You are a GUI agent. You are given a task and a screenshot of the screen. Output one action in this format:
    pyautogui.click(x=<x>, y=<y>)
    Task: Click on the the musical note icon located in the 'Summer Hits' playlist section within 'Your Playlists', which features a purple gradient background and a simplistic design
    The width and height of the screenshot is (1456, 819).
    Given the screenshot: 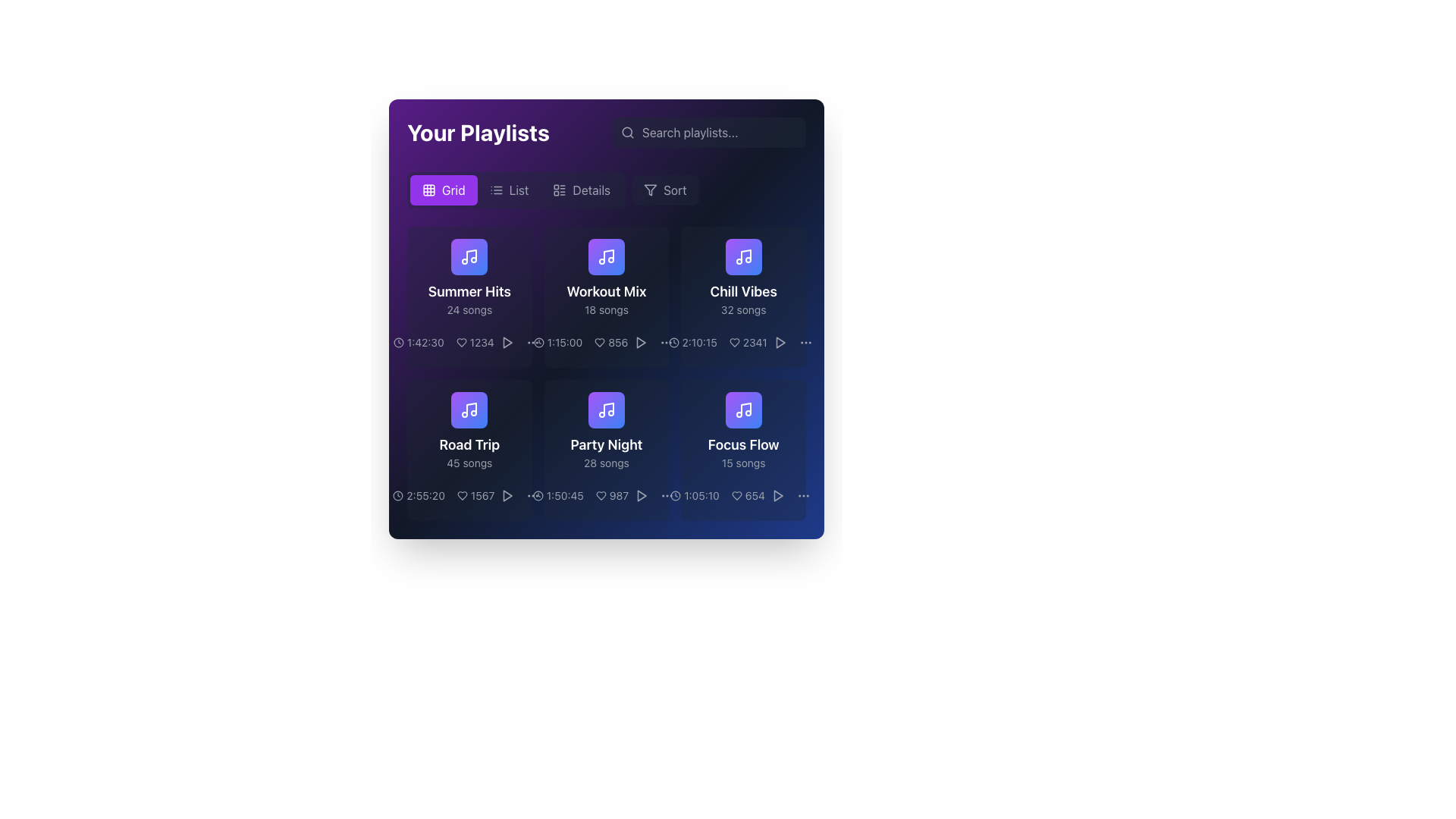 What is the action you would take?
    pyautogui.click(x=469, y=409)
    